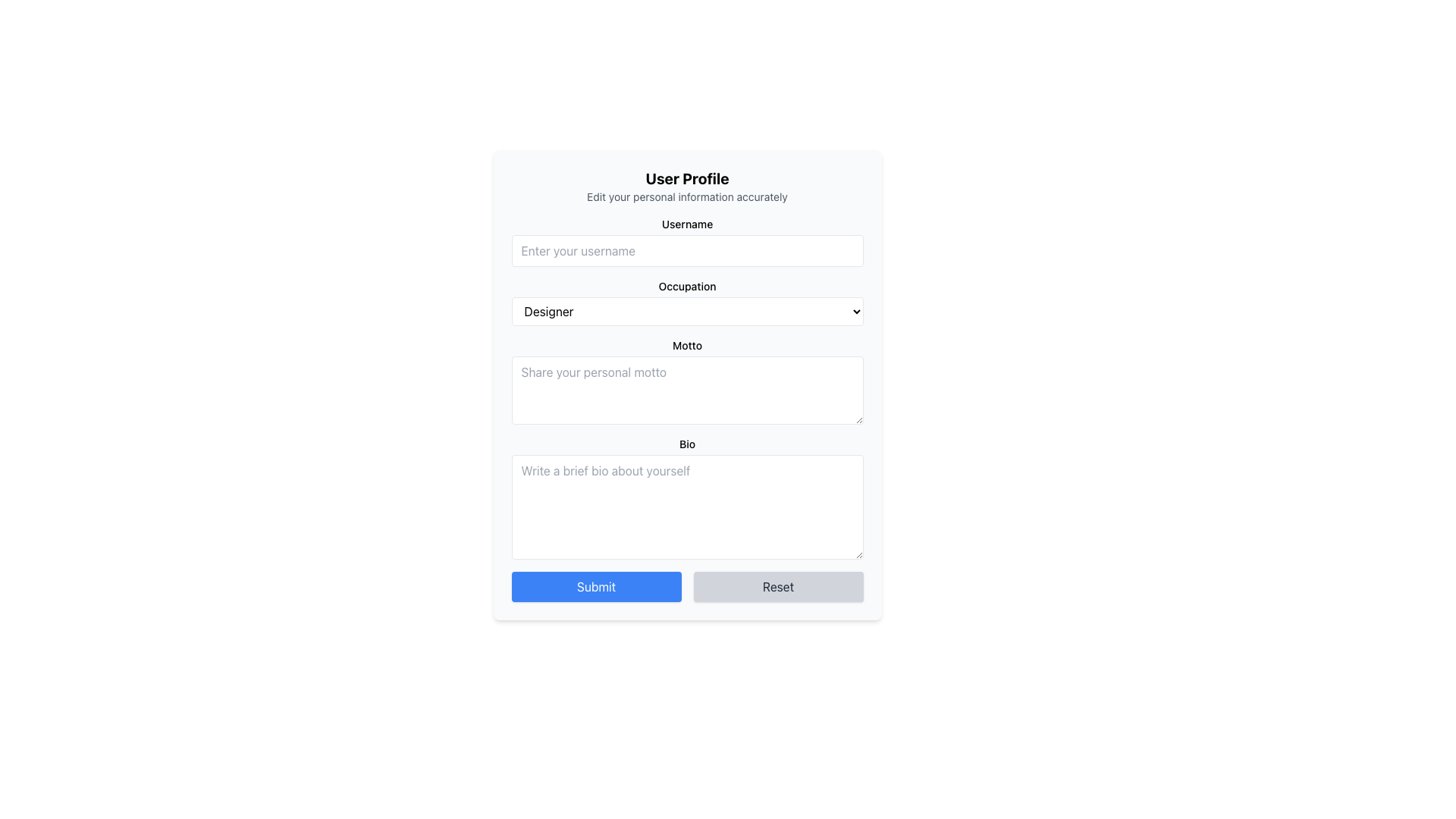 This screenshot has width=1456, height=819. I want to click on the label displaying the word 'Motto', which is positioned above the text area input box for sharing a personal motto, so click(686, 345).